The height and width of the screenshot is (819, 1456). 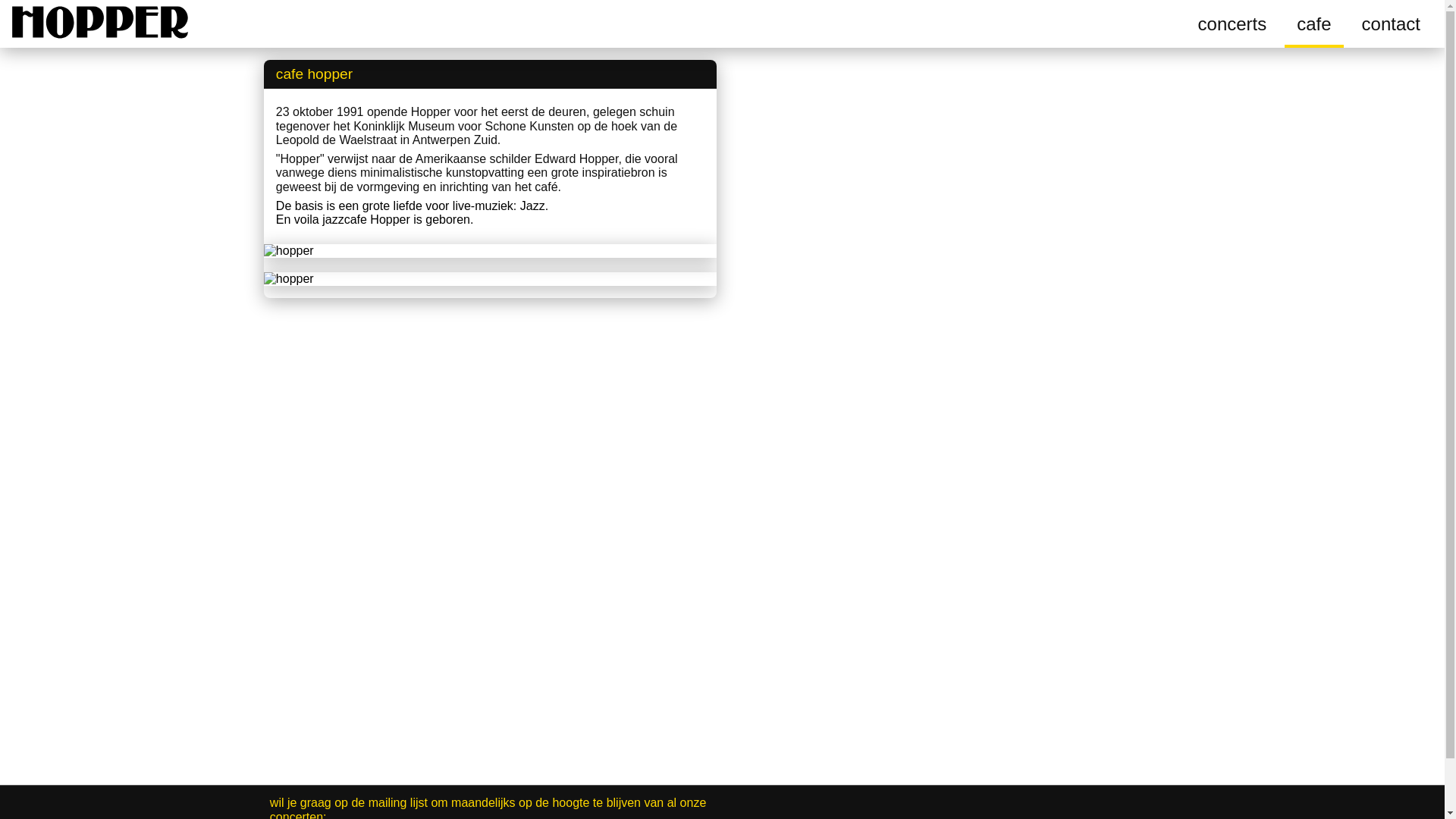 What do you see at coordinates (1313, 24) in the screenshot?
I see `'cafe'` at bounding box center [1313, 24].